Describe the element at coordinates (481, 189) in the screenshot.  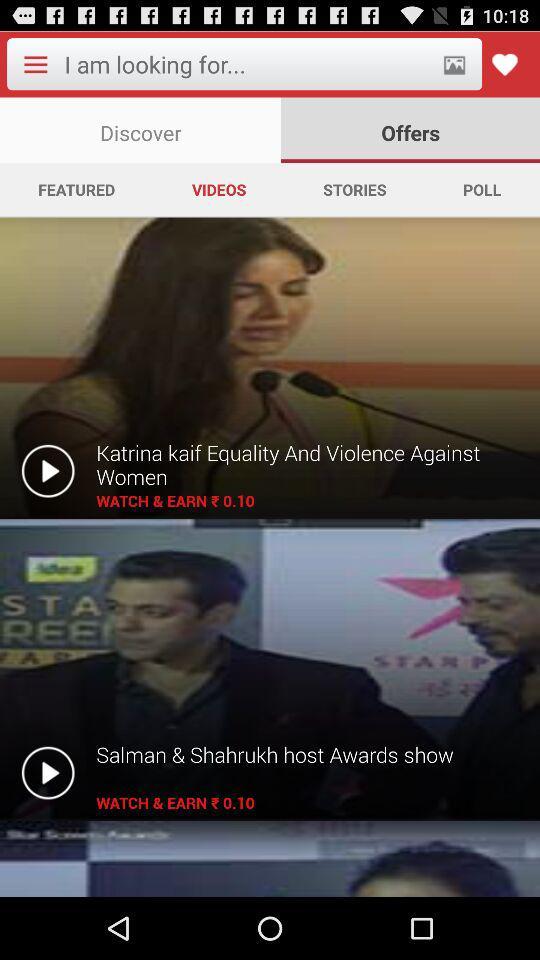
I see `icon next to the stories item` at that location.